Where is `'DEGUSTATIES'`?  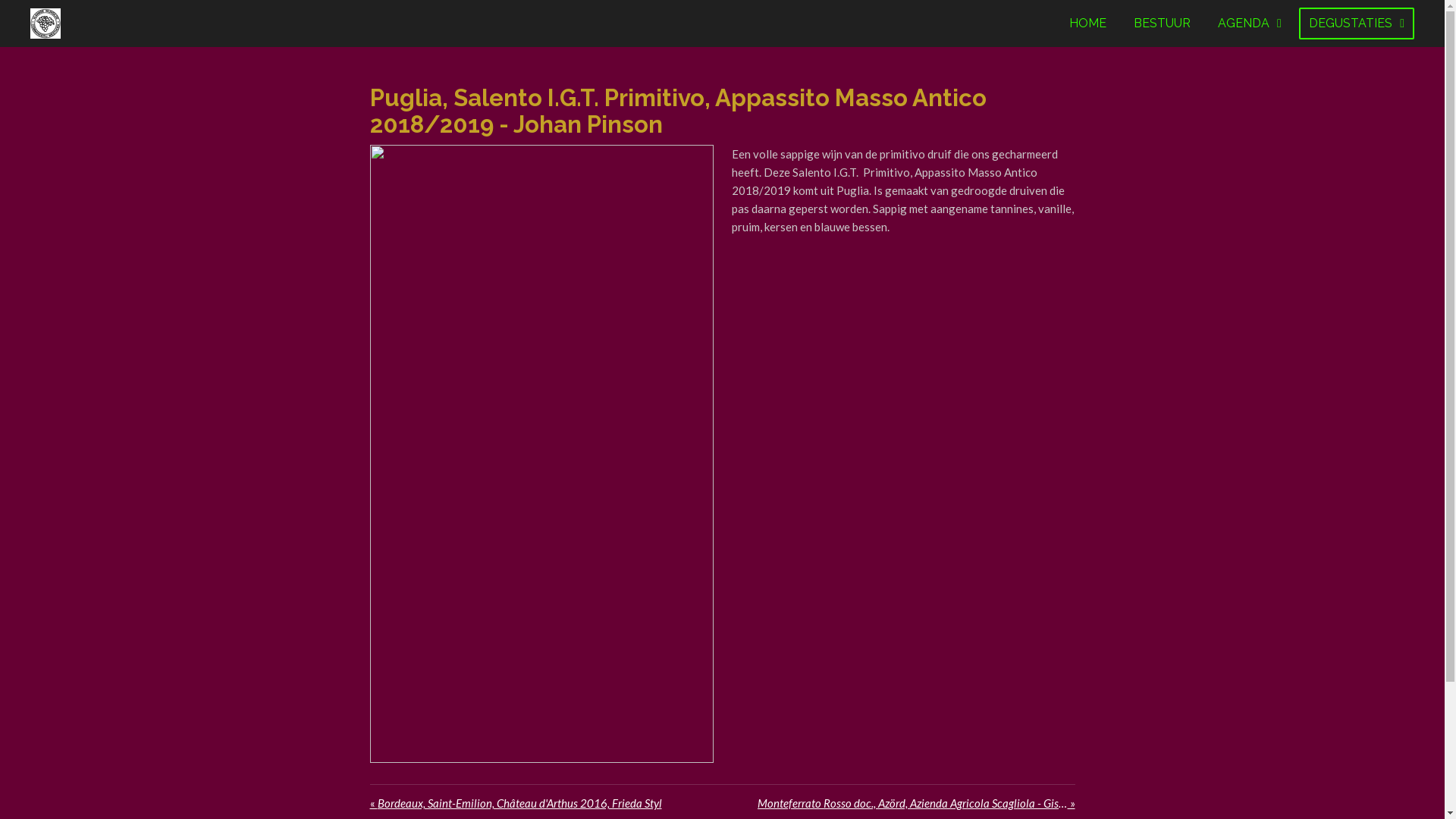 'DEGUSTATIES' is located at coordinates (1357, 23).